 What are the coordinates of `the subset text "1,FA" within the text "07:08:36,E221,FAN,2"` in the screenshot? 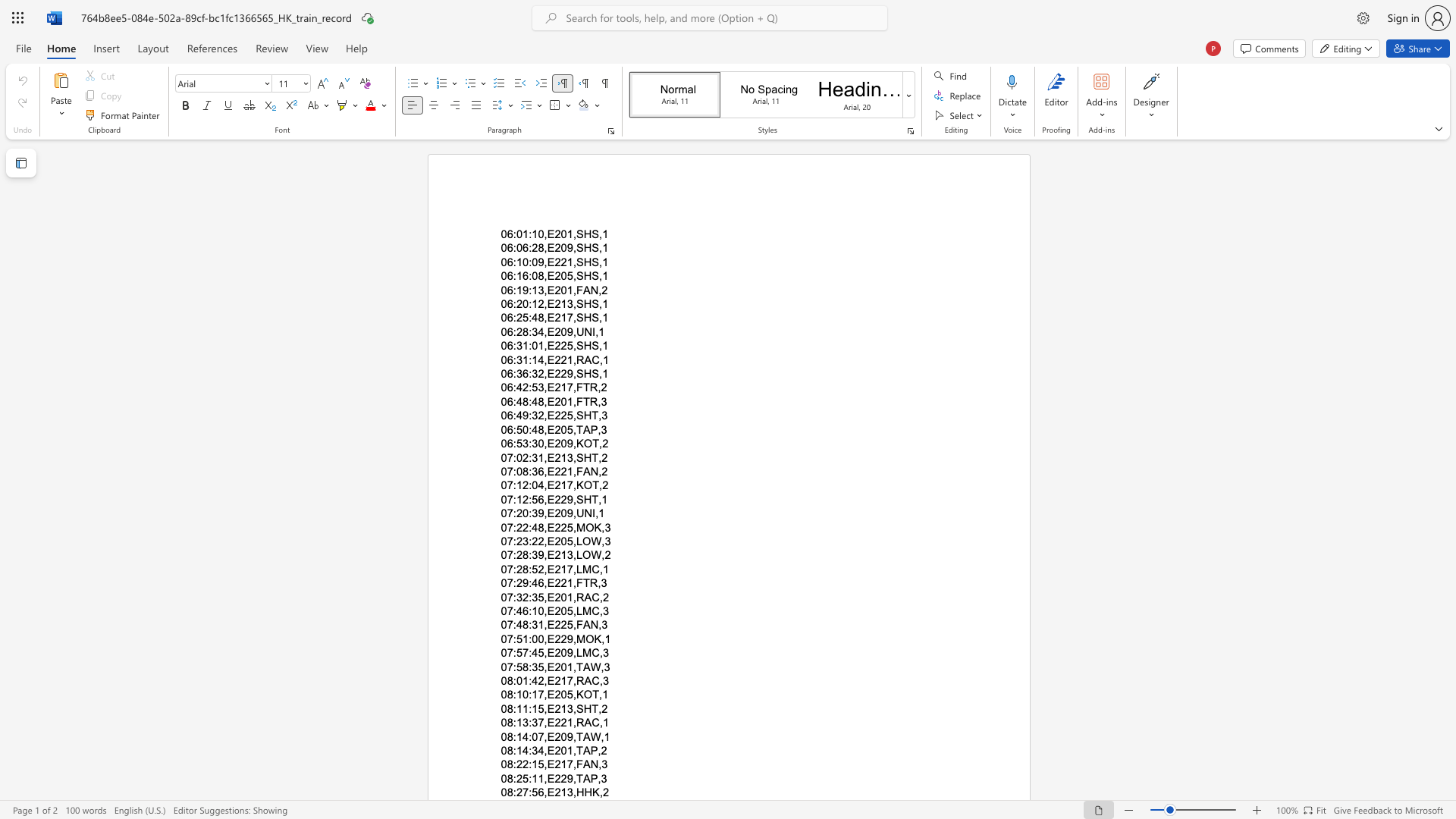 It's located at (566, 470).